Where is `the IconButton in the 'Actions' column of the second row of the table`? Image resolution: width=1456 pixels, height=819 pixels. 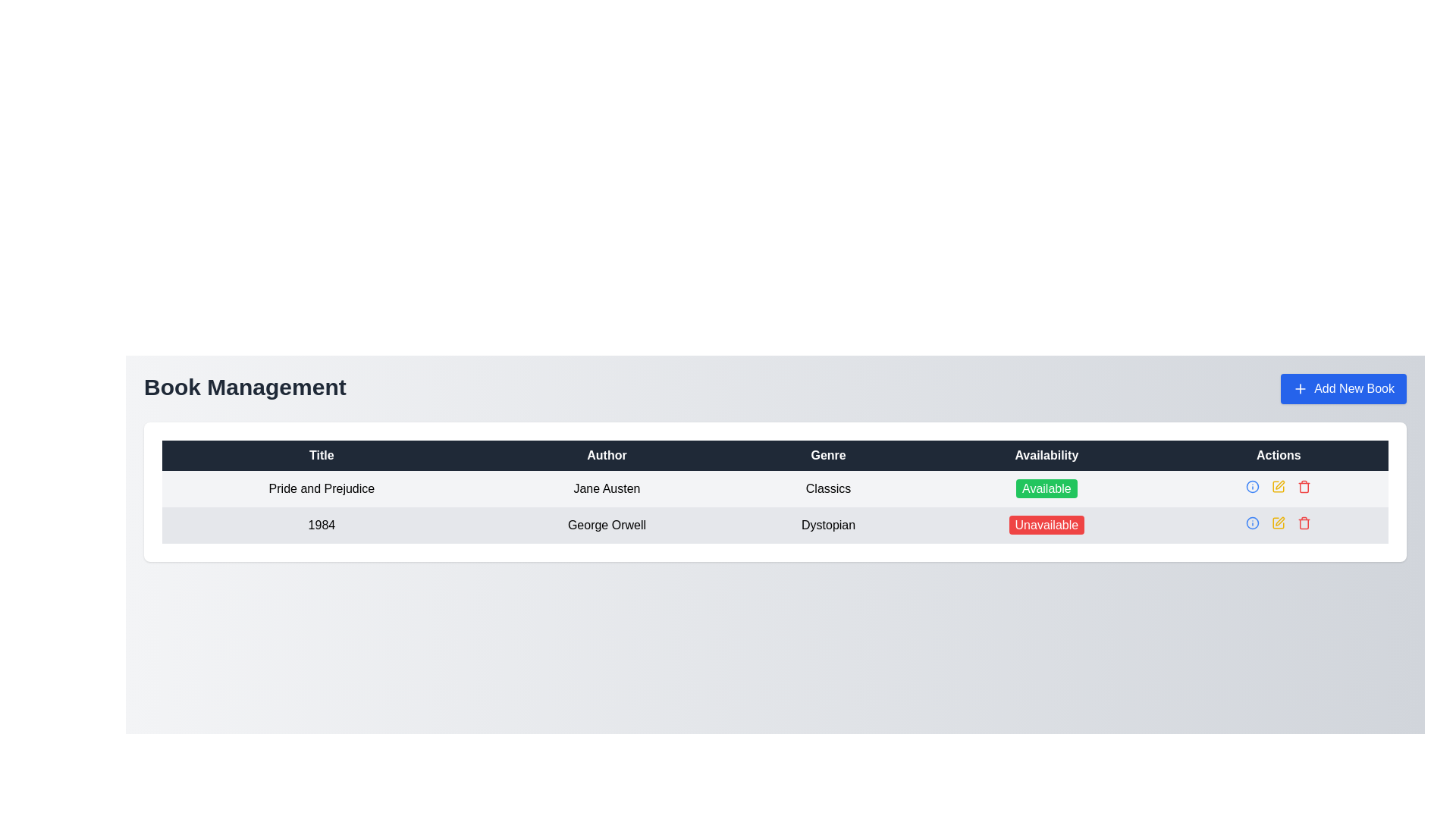 the IconButton in the 'Actions' column of the second row of the table is located at coordinates (1279, 485).